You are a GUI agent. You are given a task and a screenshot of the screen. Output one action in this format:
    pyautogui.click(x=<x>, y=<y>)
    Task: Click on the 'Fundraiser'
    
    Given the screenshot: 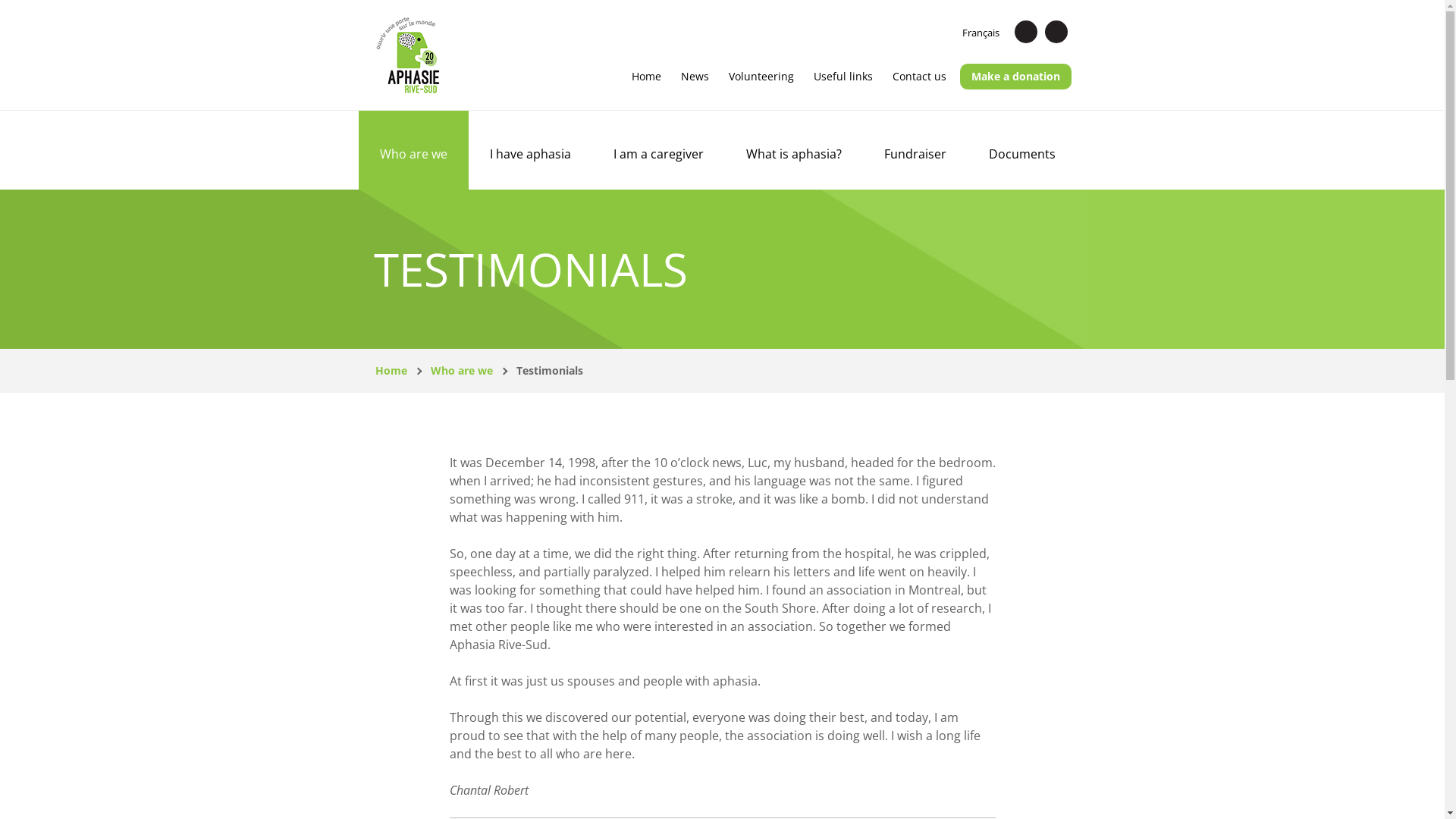 What is the action you would take?
    pyautogui.click(x=862, y=149)
    